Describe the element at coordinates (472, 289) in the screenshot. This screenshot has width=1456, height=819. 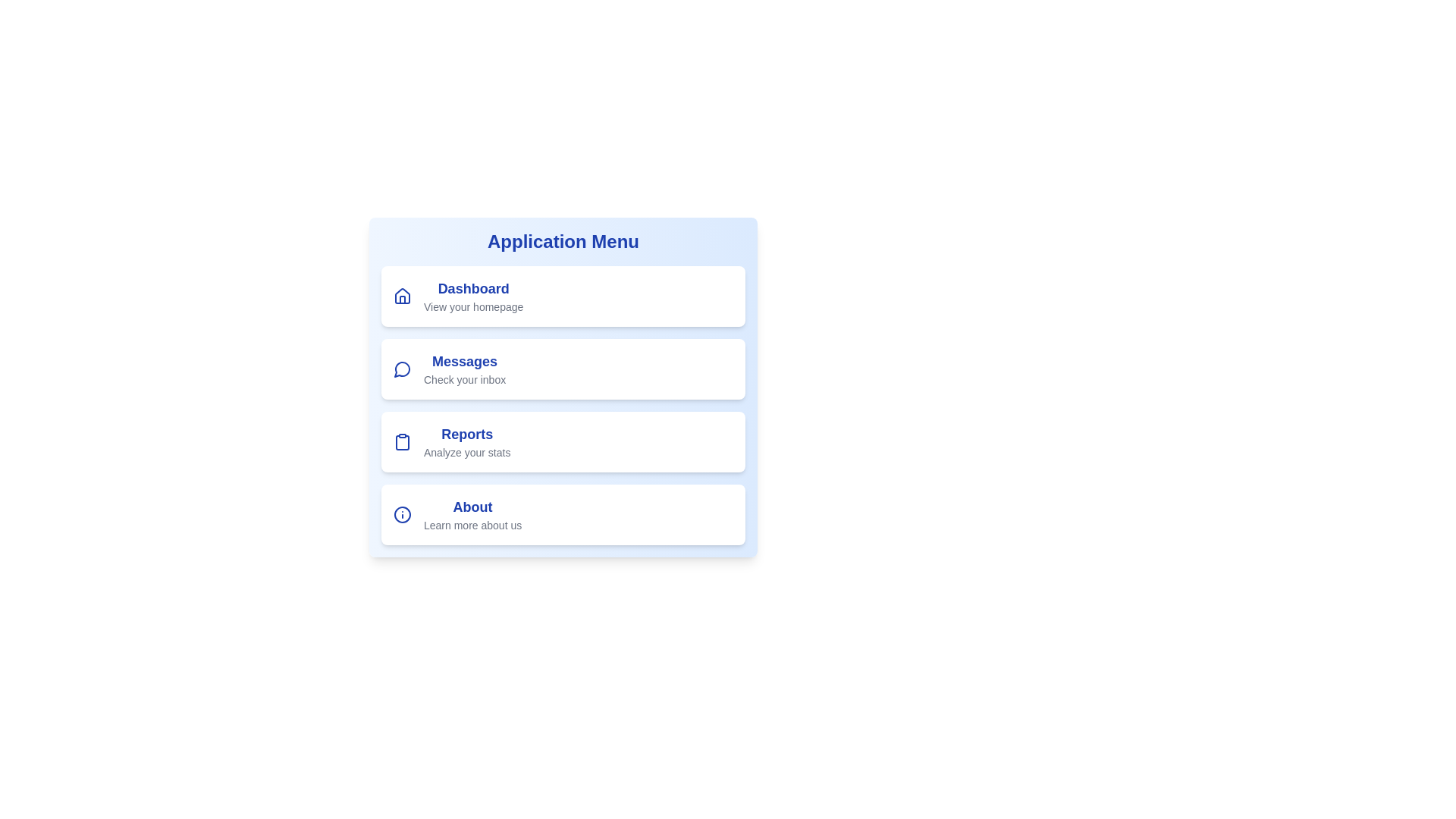
I see `the text 'Dashboard' to select it` at that location.